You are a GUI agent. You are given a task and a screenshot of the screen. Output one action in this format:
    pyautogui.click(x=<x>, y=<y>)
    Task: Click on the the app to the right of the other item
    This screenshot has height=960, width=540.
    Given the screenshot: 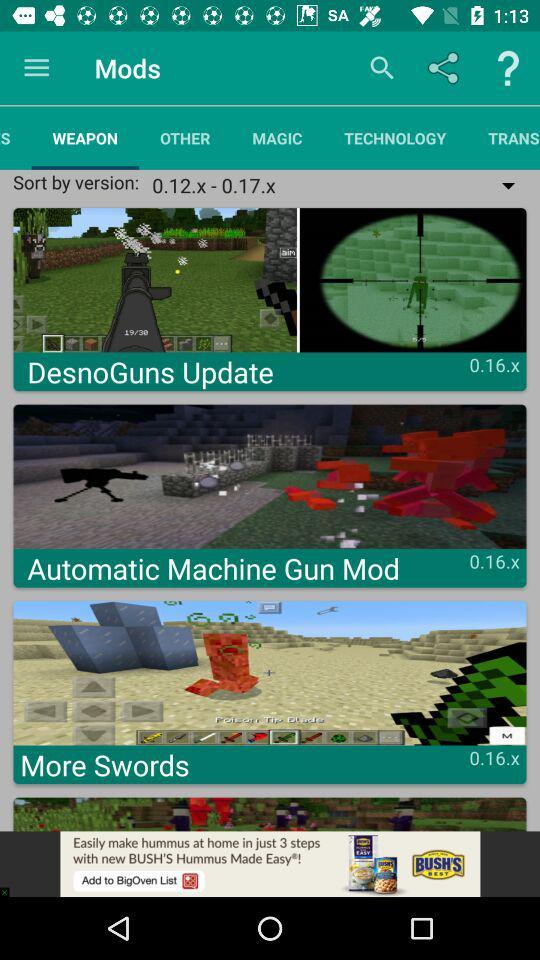 What is the action you would take?
    pyautogui.click(x=276, y=137)
    